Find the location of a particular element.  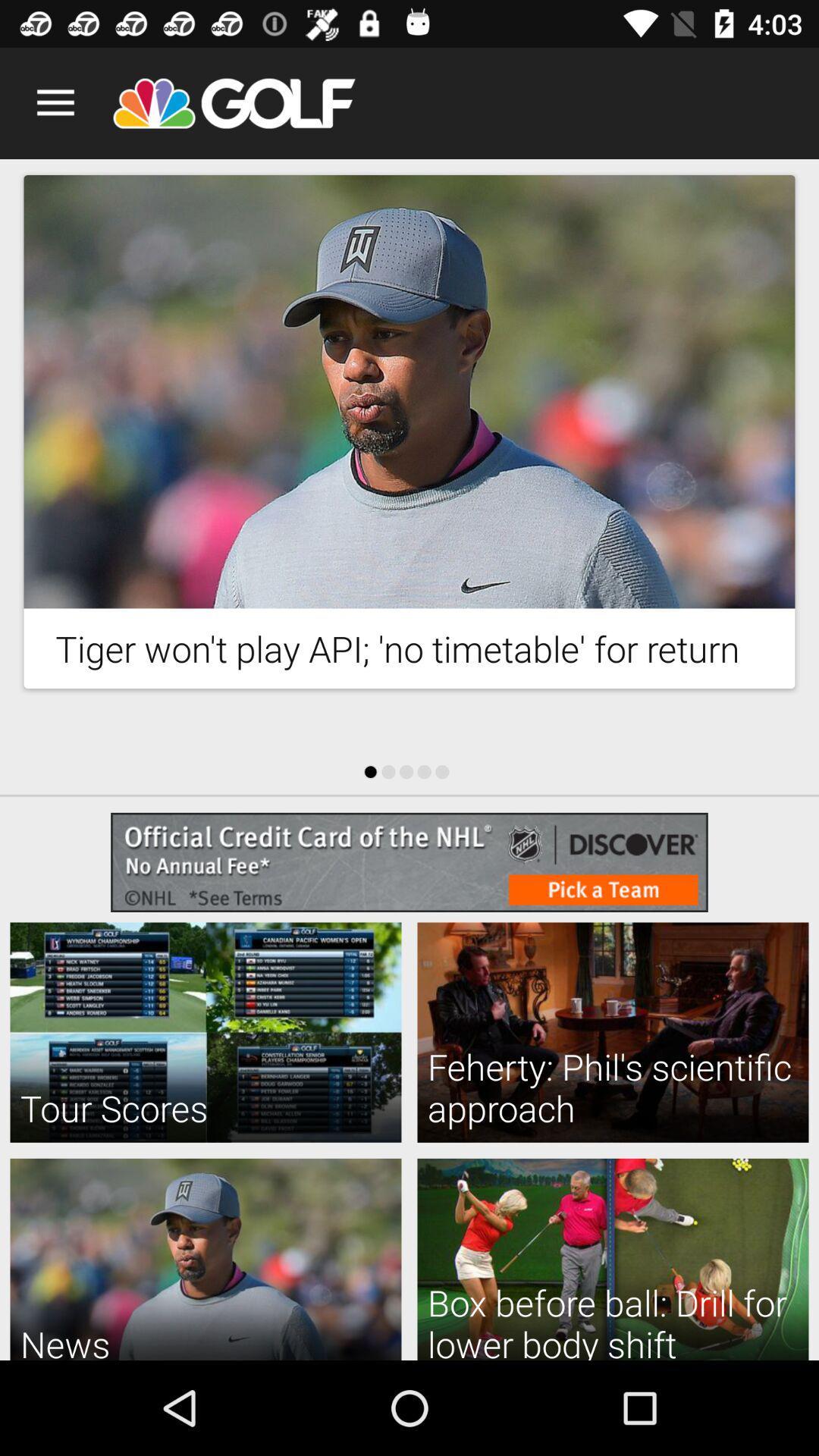

switch to article is located at coordinates (409, 391).